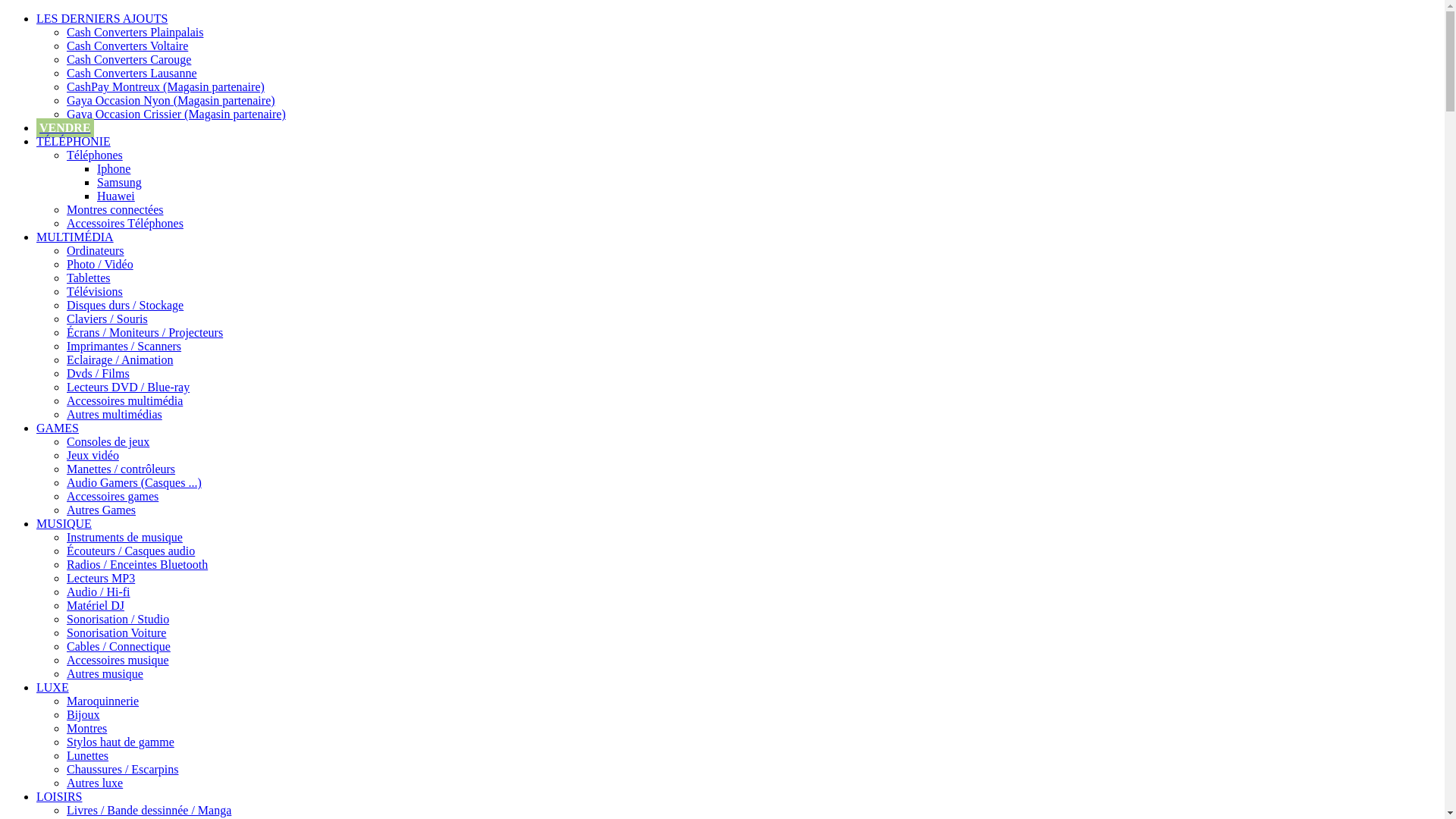  Describe the element at coordinates (36, 18) in the screenshot. I see `'LES DERNIERS AJOUTS'` at that location.